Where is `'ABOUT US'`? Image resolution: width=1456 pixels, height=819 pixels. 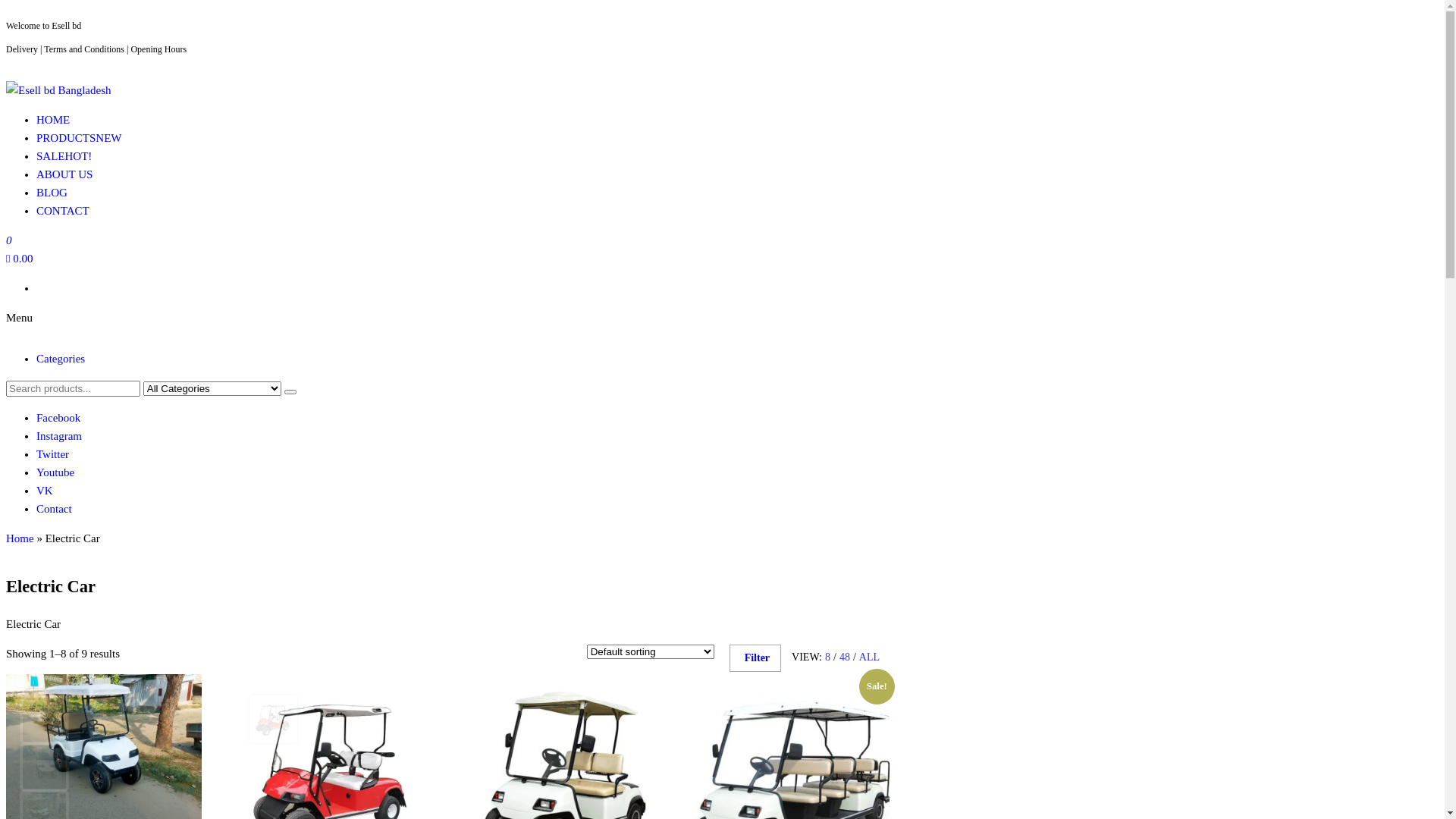
'ABOUT US' is located at coordinates (64, 174).